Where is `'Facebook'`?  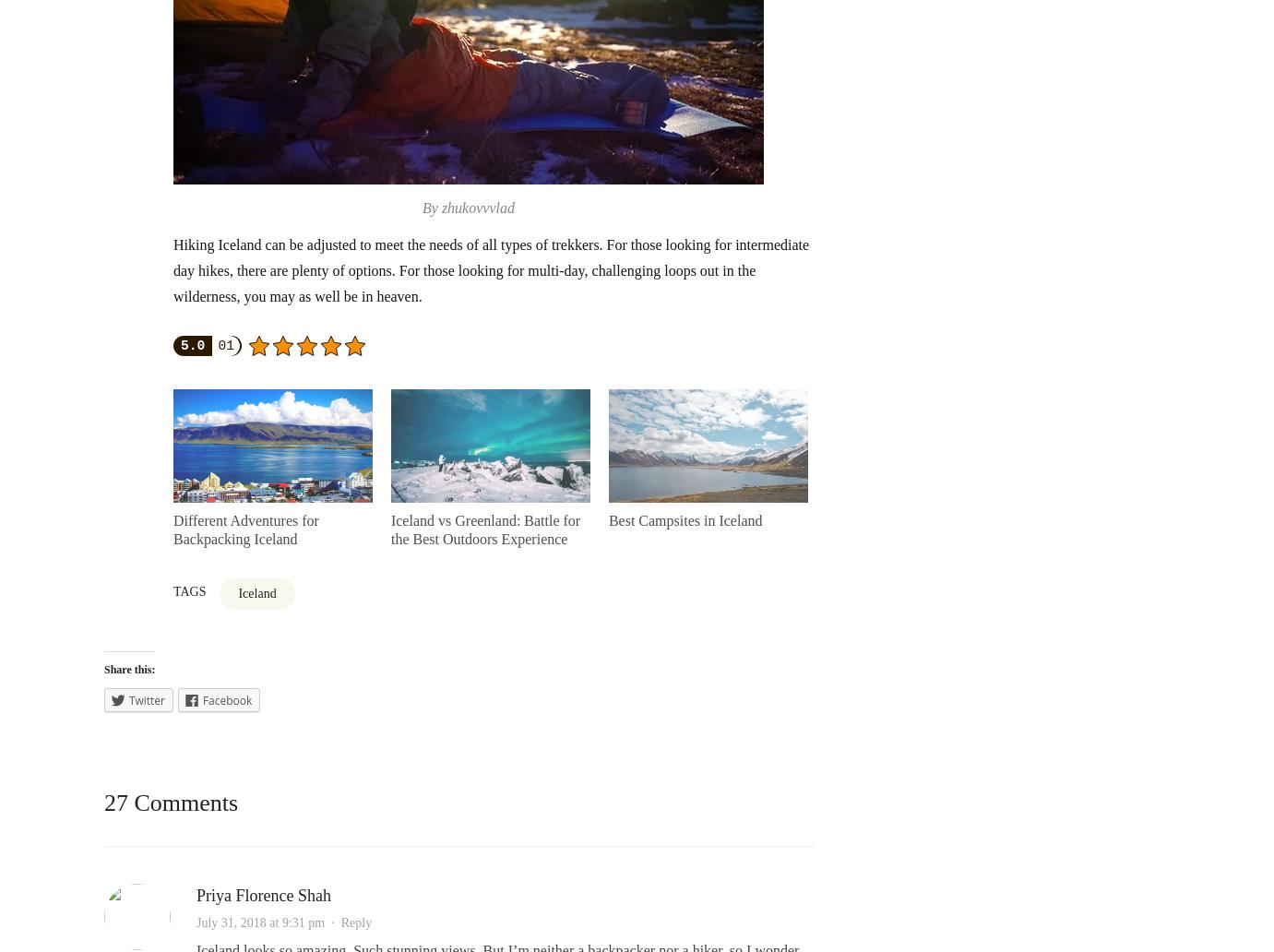 'Facebook' is located at coordinates (226, 698).